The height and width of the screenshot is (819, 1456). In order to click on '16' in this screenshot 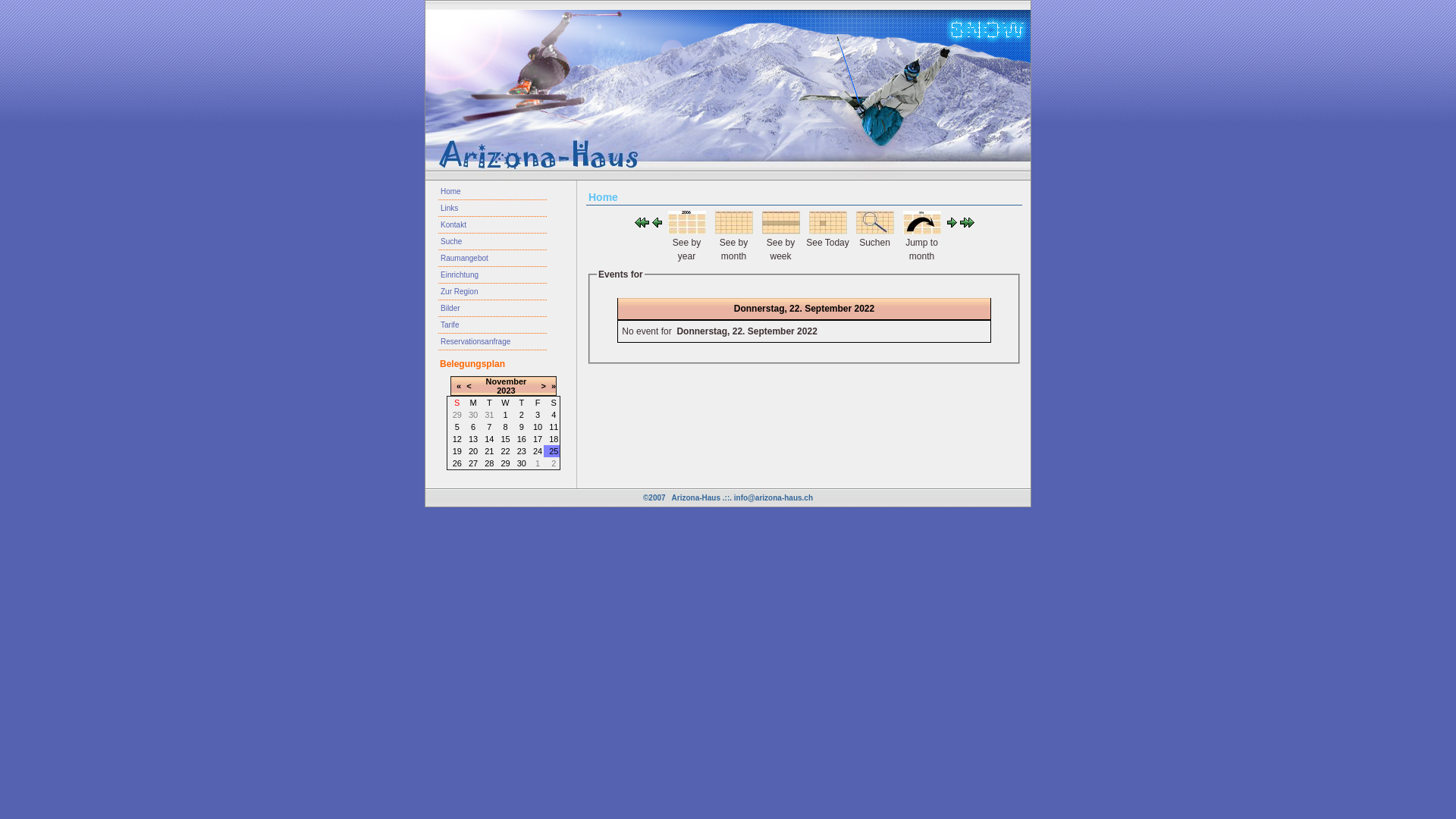, I will do `click(521, 438)`.